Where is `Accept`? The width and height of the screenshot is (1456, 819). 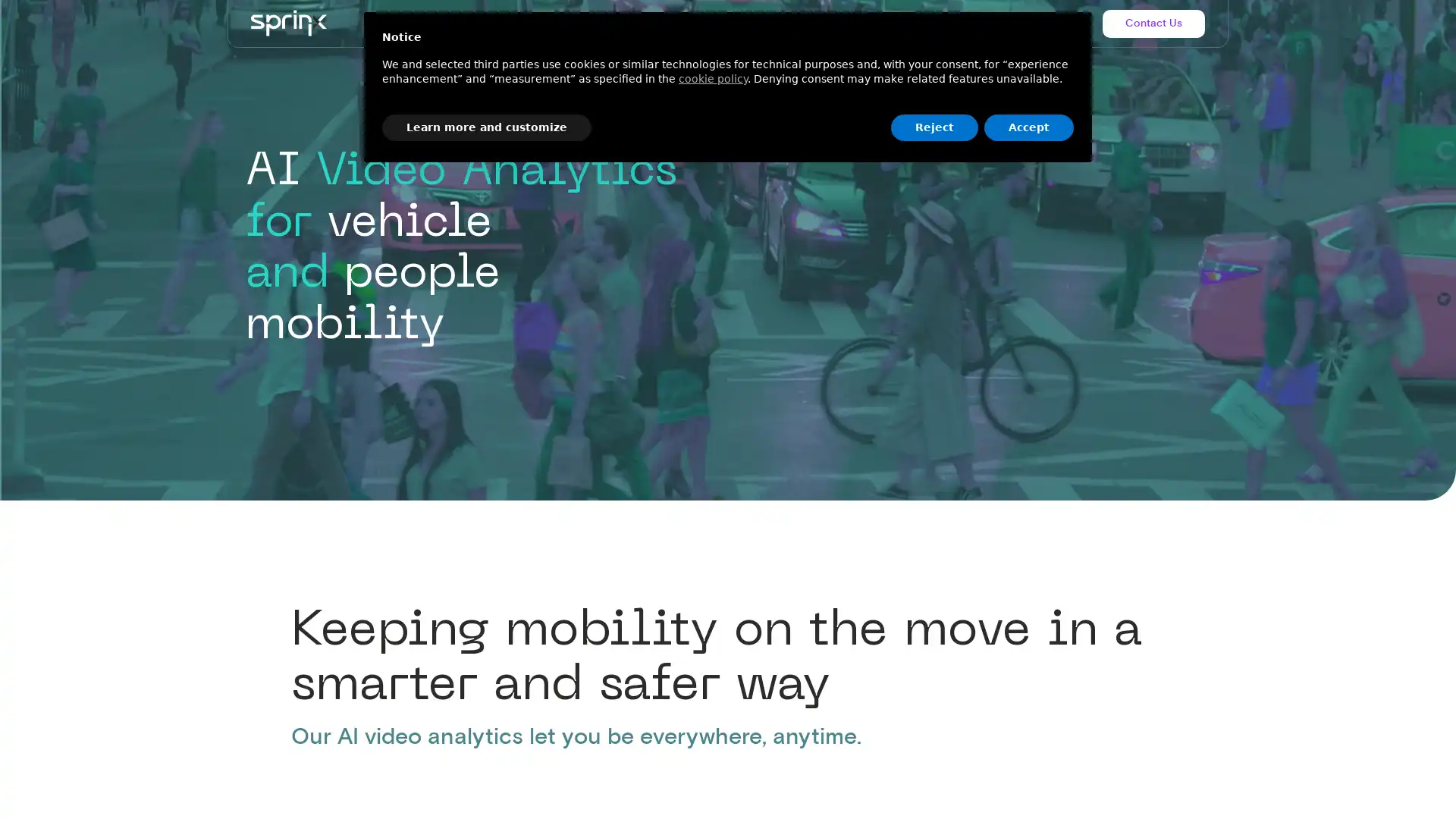 Accept is located at coordinates (1029, 127).